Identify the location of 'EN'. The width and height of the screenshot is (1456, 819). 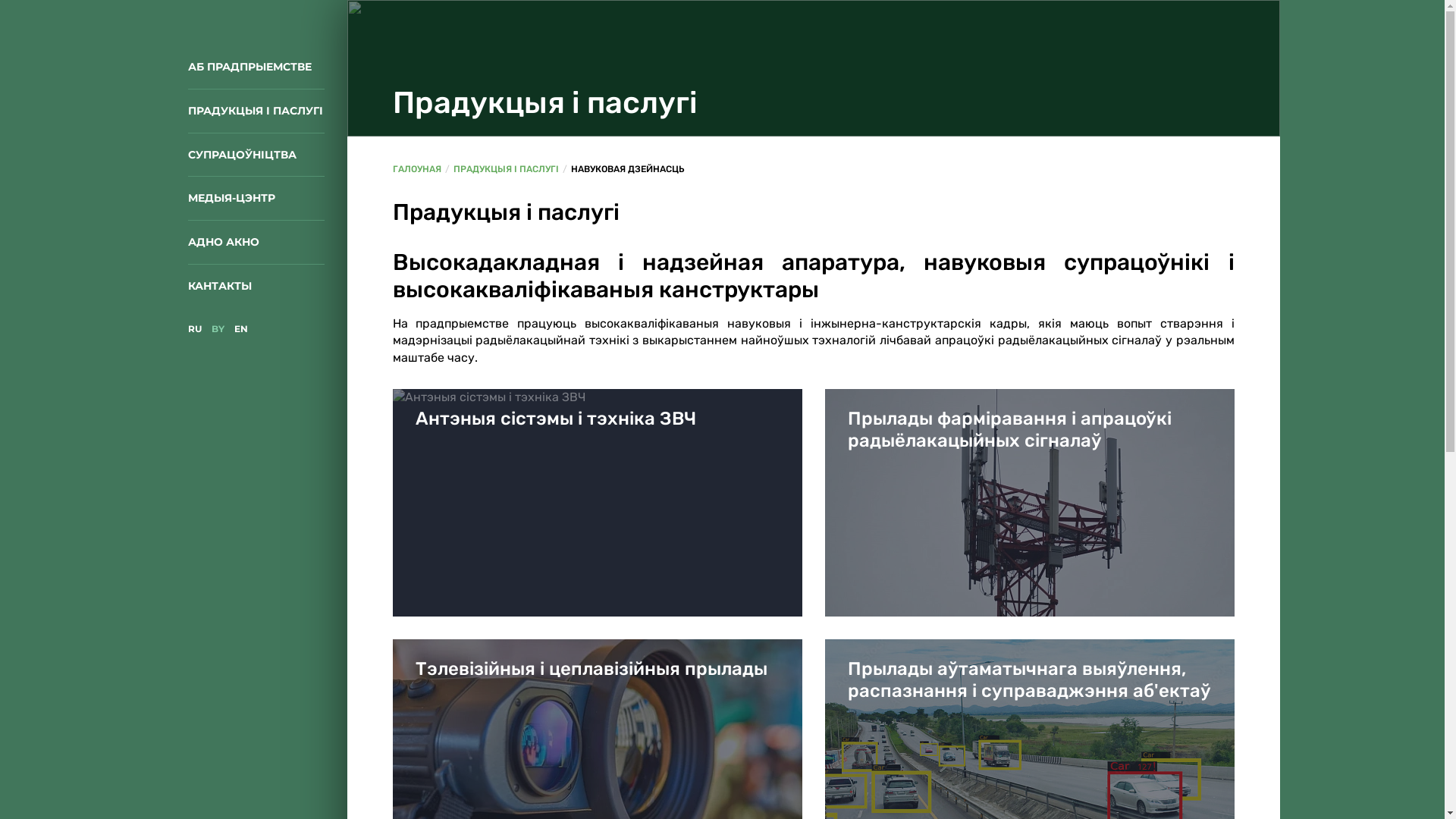
(239, 328).